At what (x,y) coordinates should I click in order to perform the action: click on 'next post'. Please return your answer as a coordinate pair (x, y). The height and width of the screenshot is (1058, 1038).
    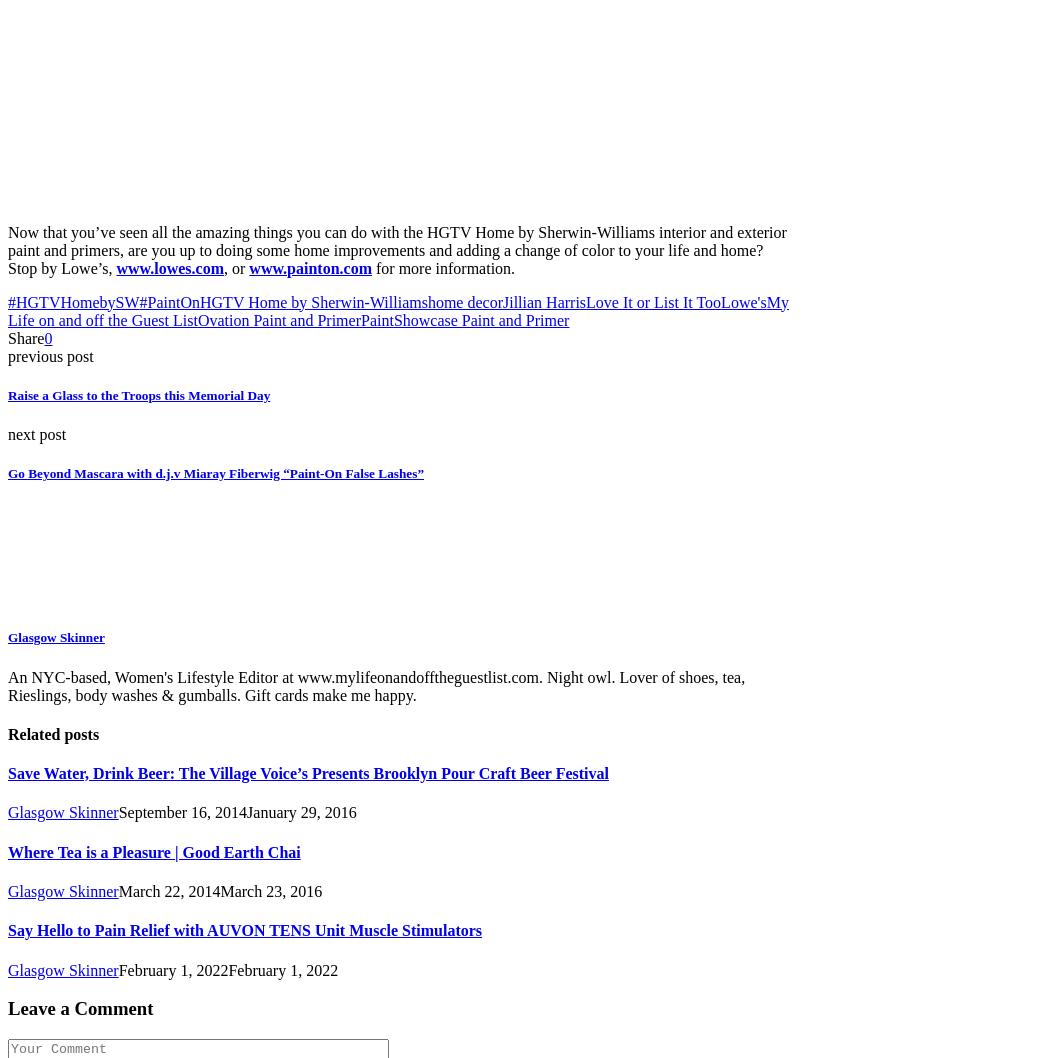
    Looking at the image, I should click on (35, 433).